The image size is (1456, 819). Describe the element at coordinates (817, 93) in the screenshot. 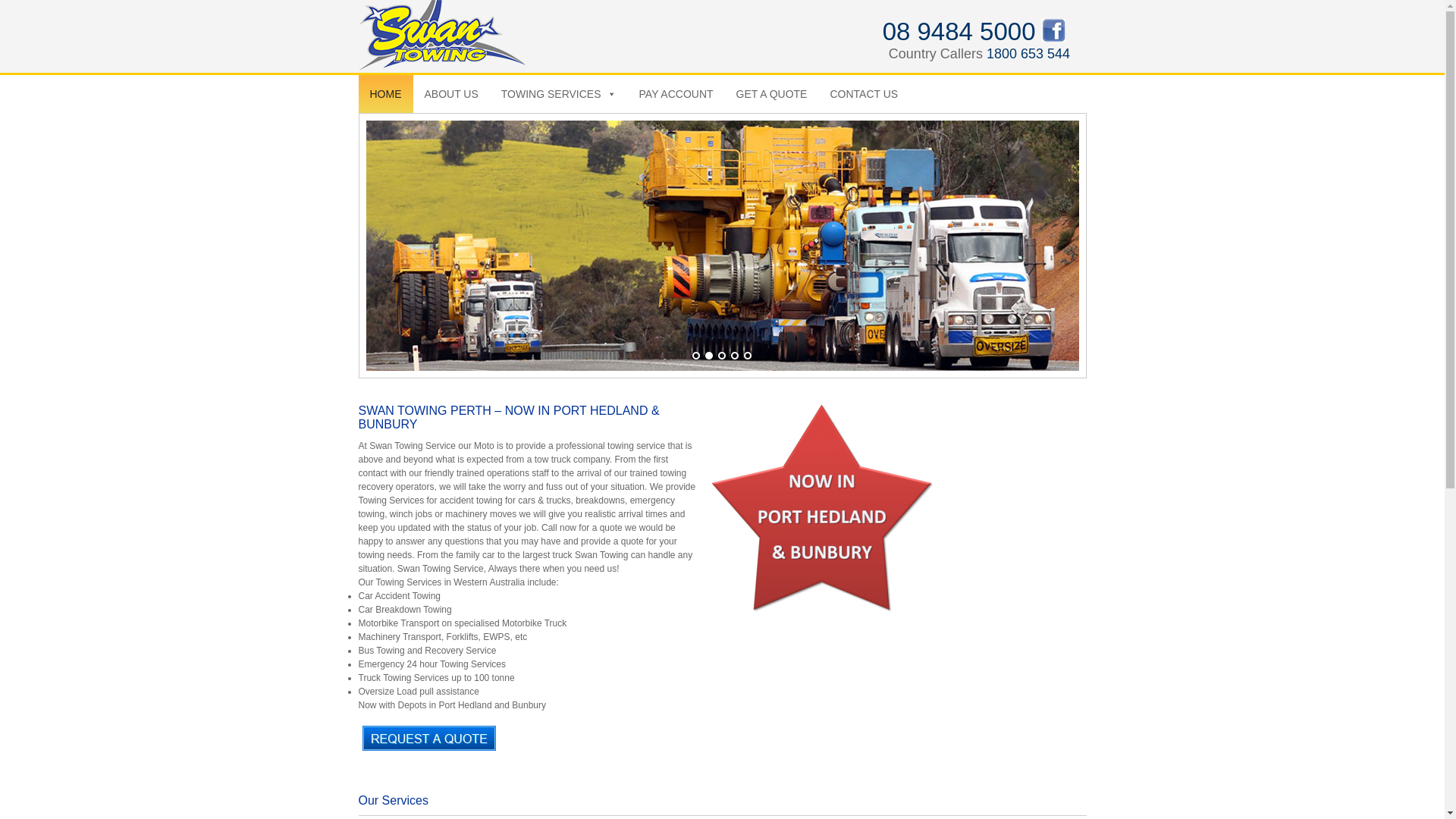

I see `'CONTACT US'` at that location.